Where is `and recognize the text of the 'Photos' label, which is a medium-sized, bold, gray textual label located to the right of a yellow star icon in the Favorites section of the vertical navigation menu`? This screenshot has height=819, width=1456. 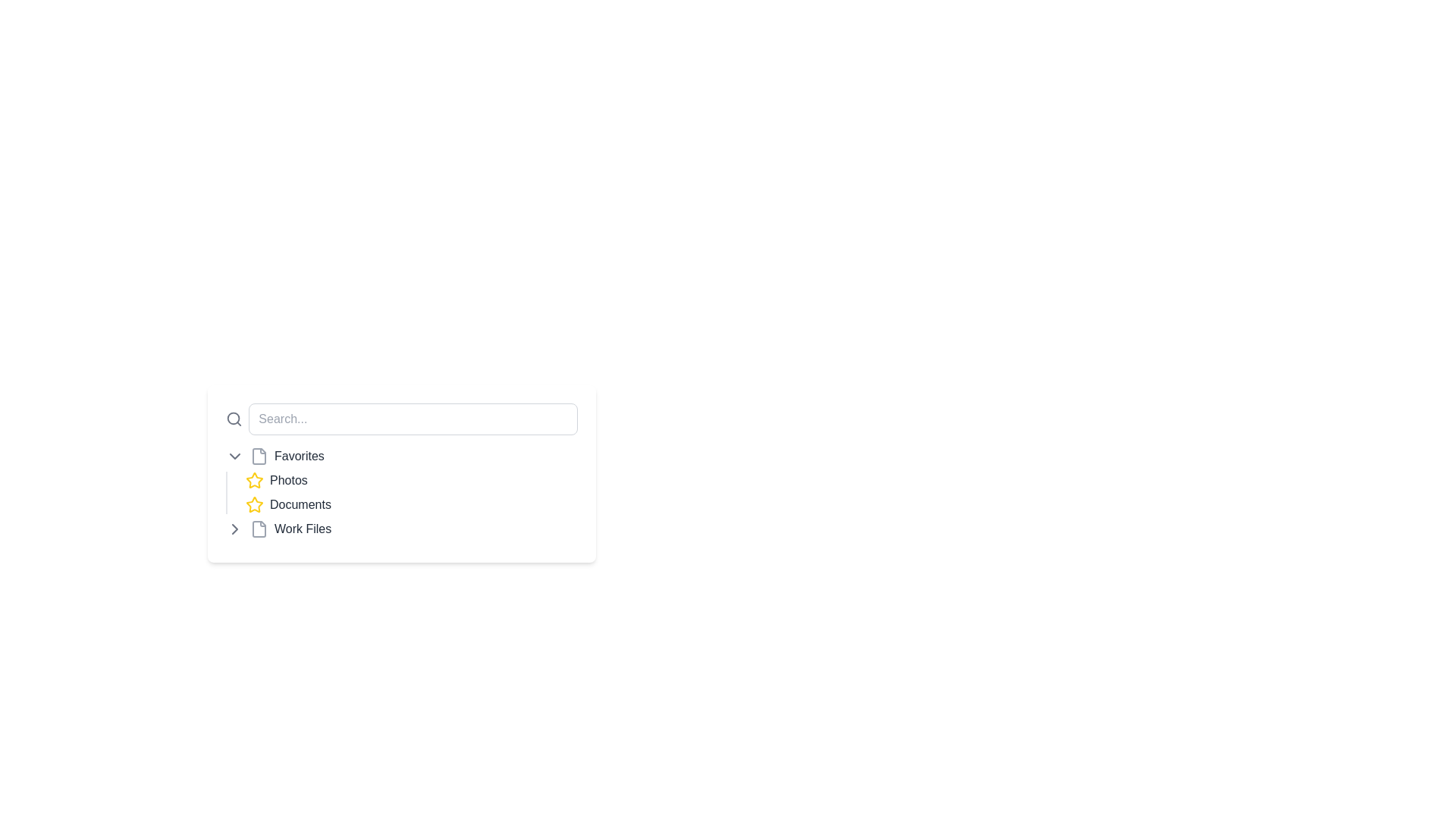 and recognize the text of the 'Photos' label, which is a medium-sized, bold, gray textual label located to the right of a yellow star icon in the Favorites section of the vertical navigation menu is located at coordinates (288, 480).